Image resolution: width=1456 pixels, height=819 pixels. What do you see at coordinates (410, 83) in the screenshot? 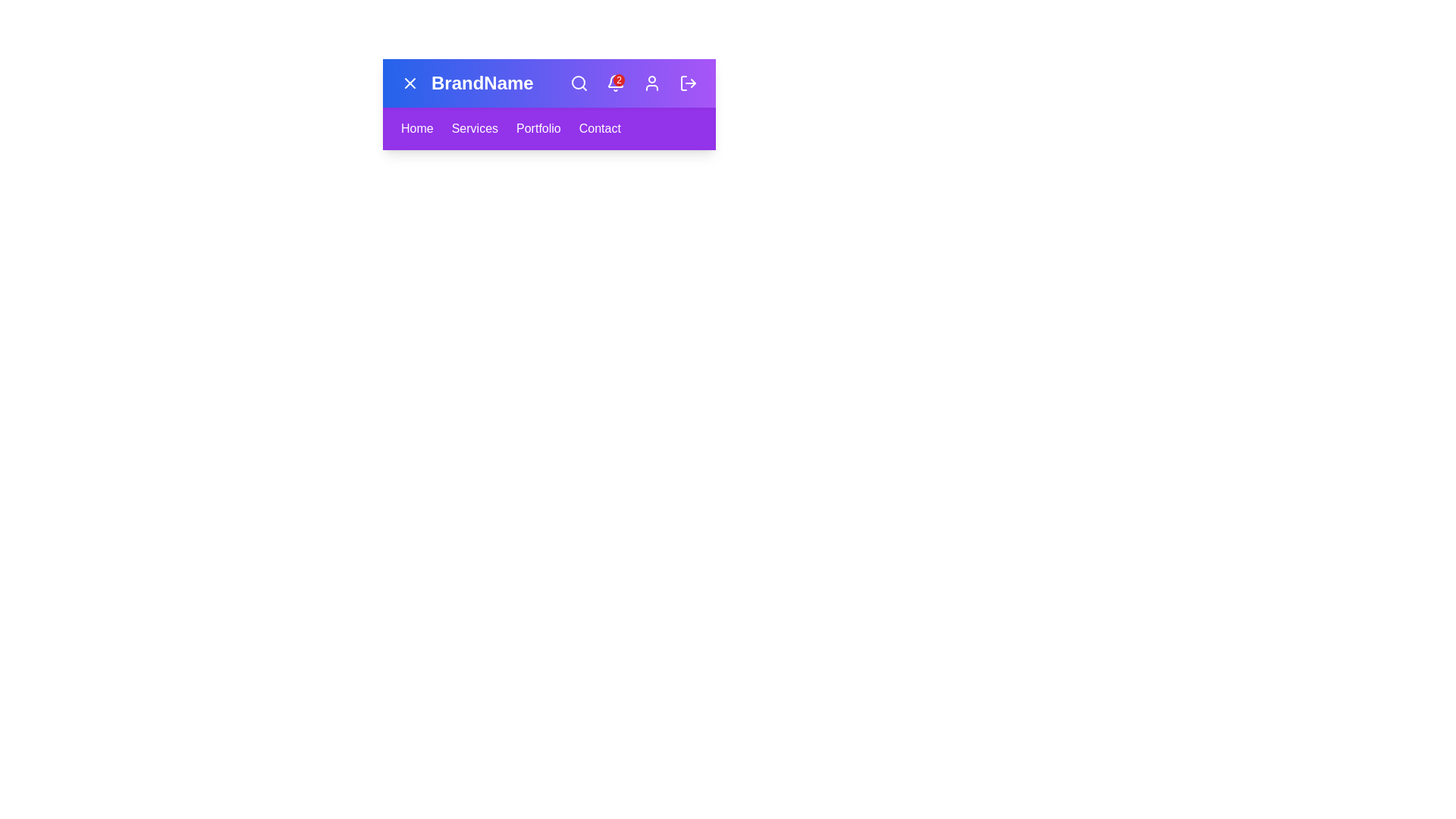
I see `the close button with a blue background and a white cross, located at the top left corner of the navigation bar` at bounding box center [410, 83].